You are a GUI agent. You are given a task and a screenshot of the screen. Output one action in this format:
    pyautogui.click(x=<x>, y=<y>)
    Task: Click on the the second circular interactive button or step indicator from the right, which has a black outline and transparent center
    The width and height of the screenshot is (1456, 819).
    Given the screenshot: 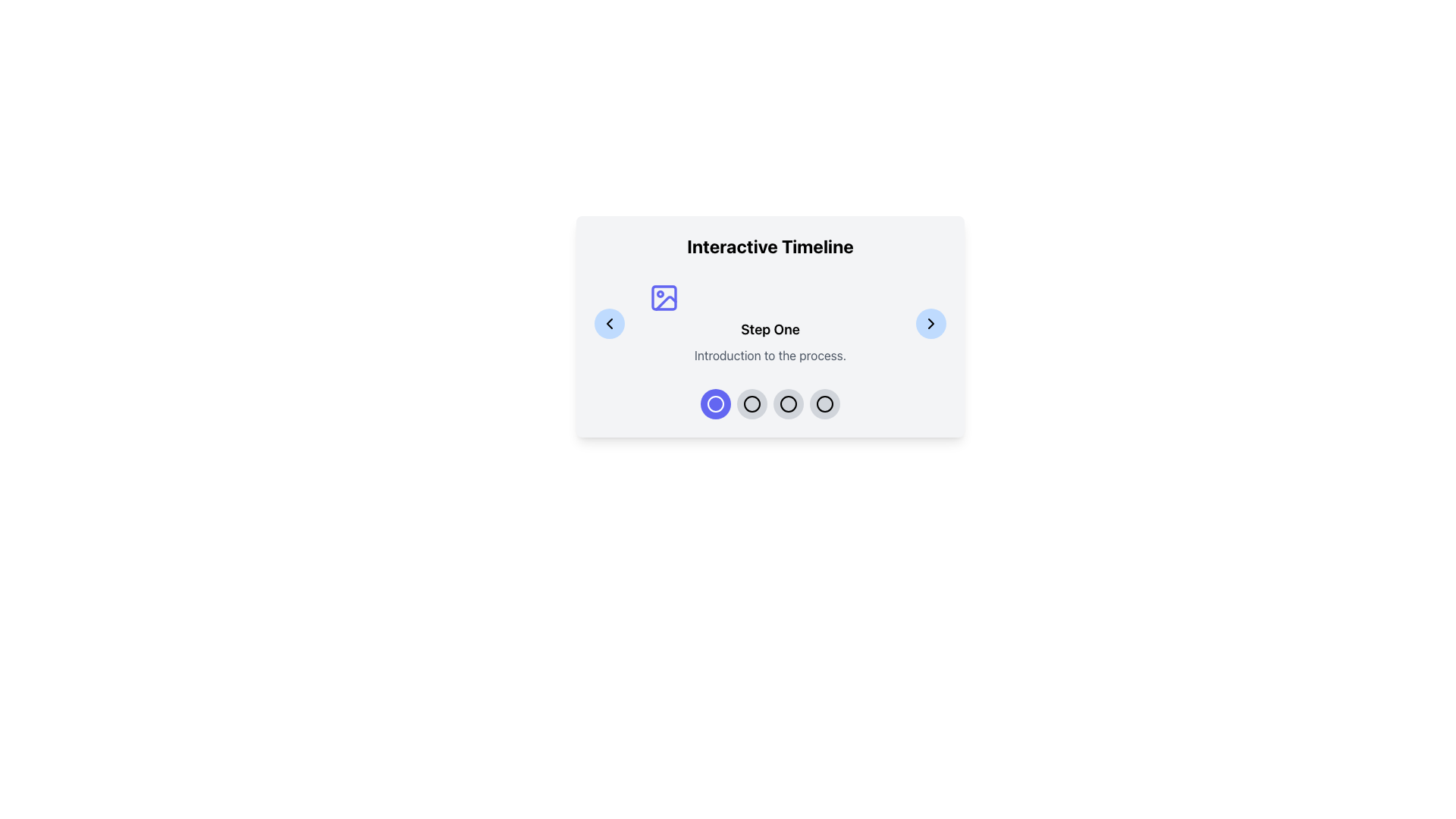 What is the action you would take?
    pyautogui.click(x=789, y=403)
    